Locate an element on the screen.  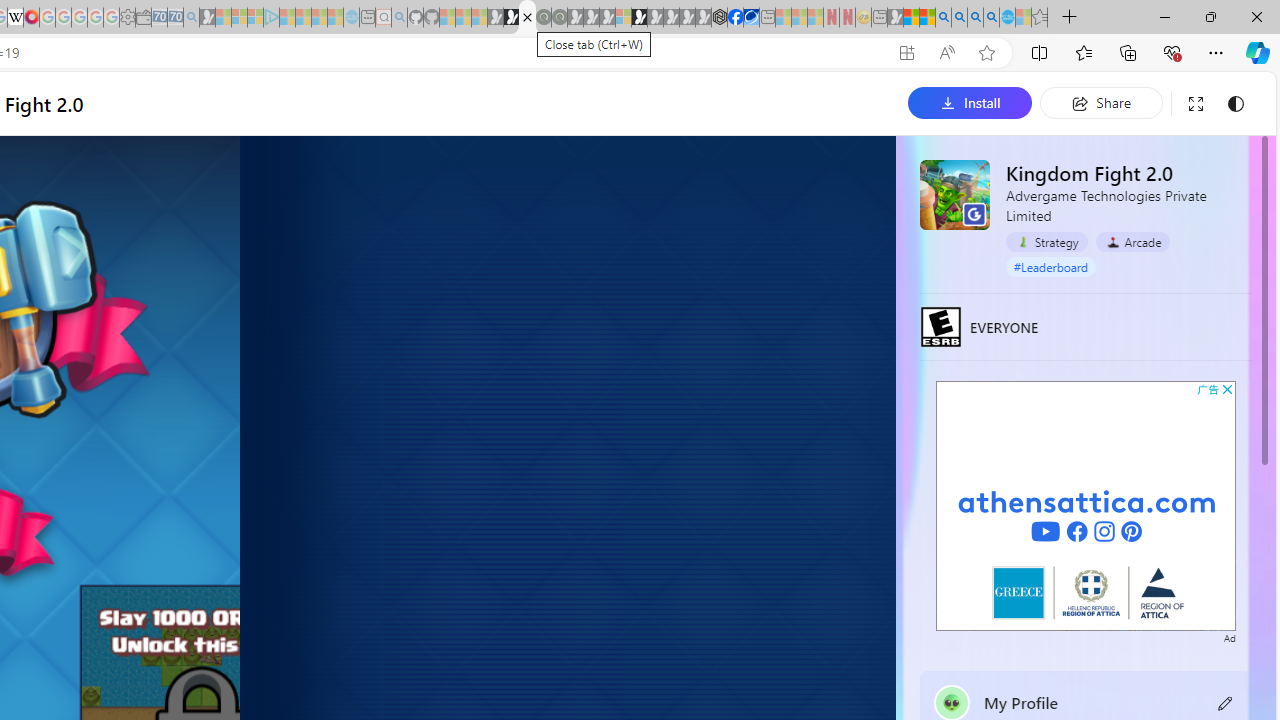
'""' is located at coordinates (951, 701).